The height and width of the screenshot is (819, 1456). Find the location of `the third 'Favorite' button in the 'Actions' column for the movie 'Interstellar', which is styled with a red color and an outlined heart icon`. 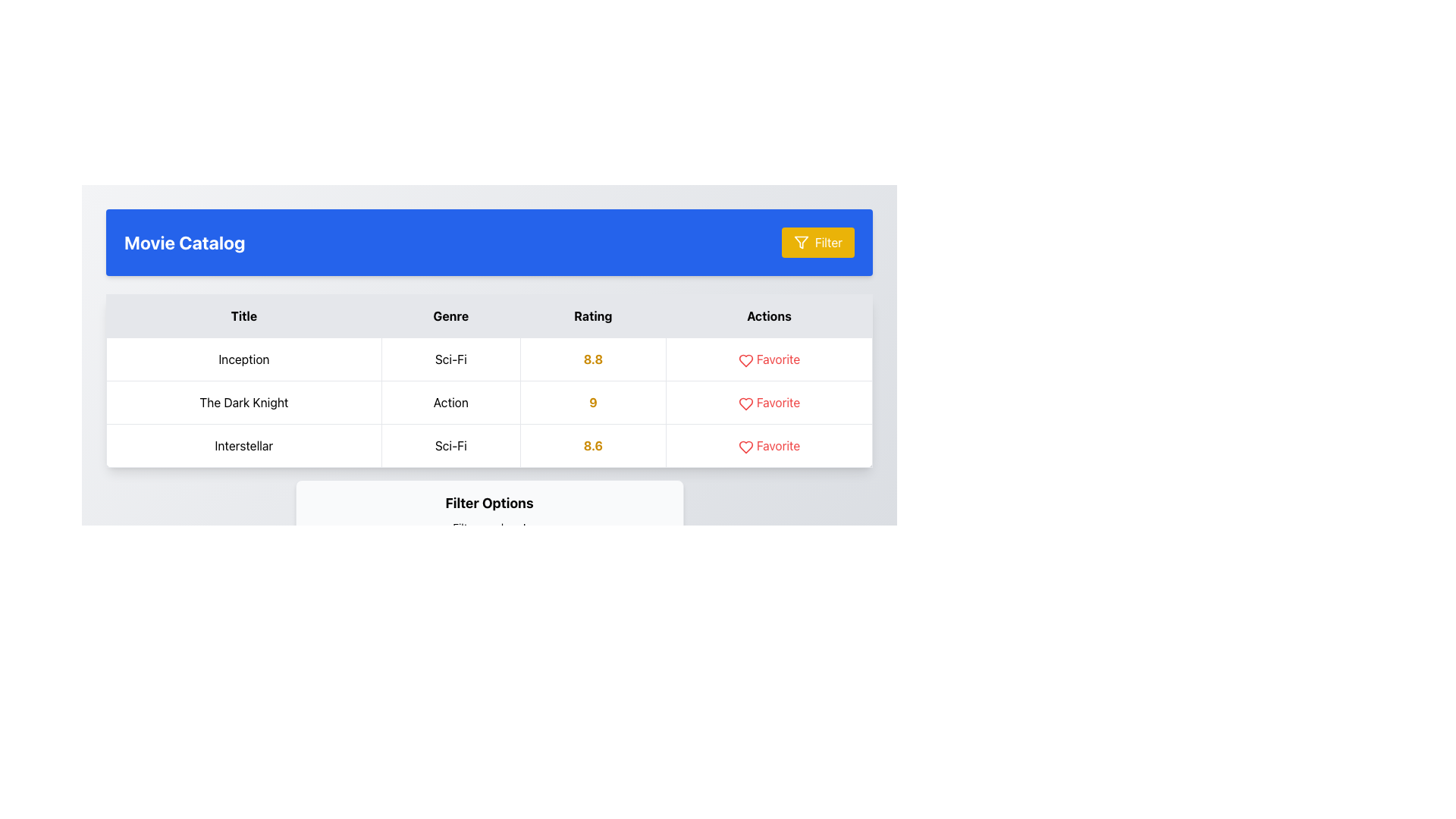

the third 'Favorite' button in the 'Actions' column for the movie 'Interstellar', which is styled with a red color and an outlined heart icon is located at coordinates (769, 444).